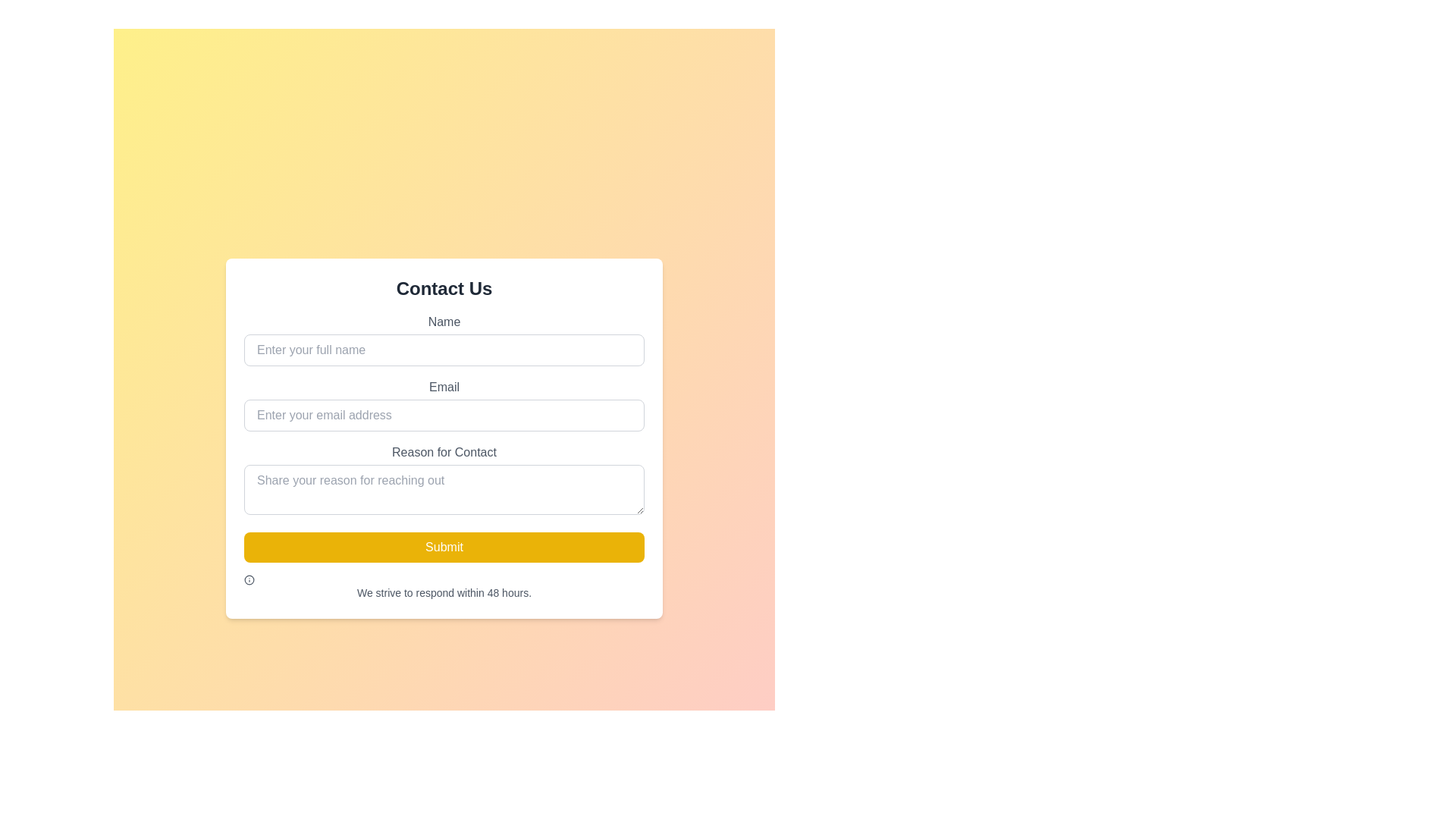  What do you see at coordinates (443, 586) in the screenshot?
I see `the informational Text label located at the bottom of the contact form, directly below the 'Submit' button` at bounding box center [443, 586].